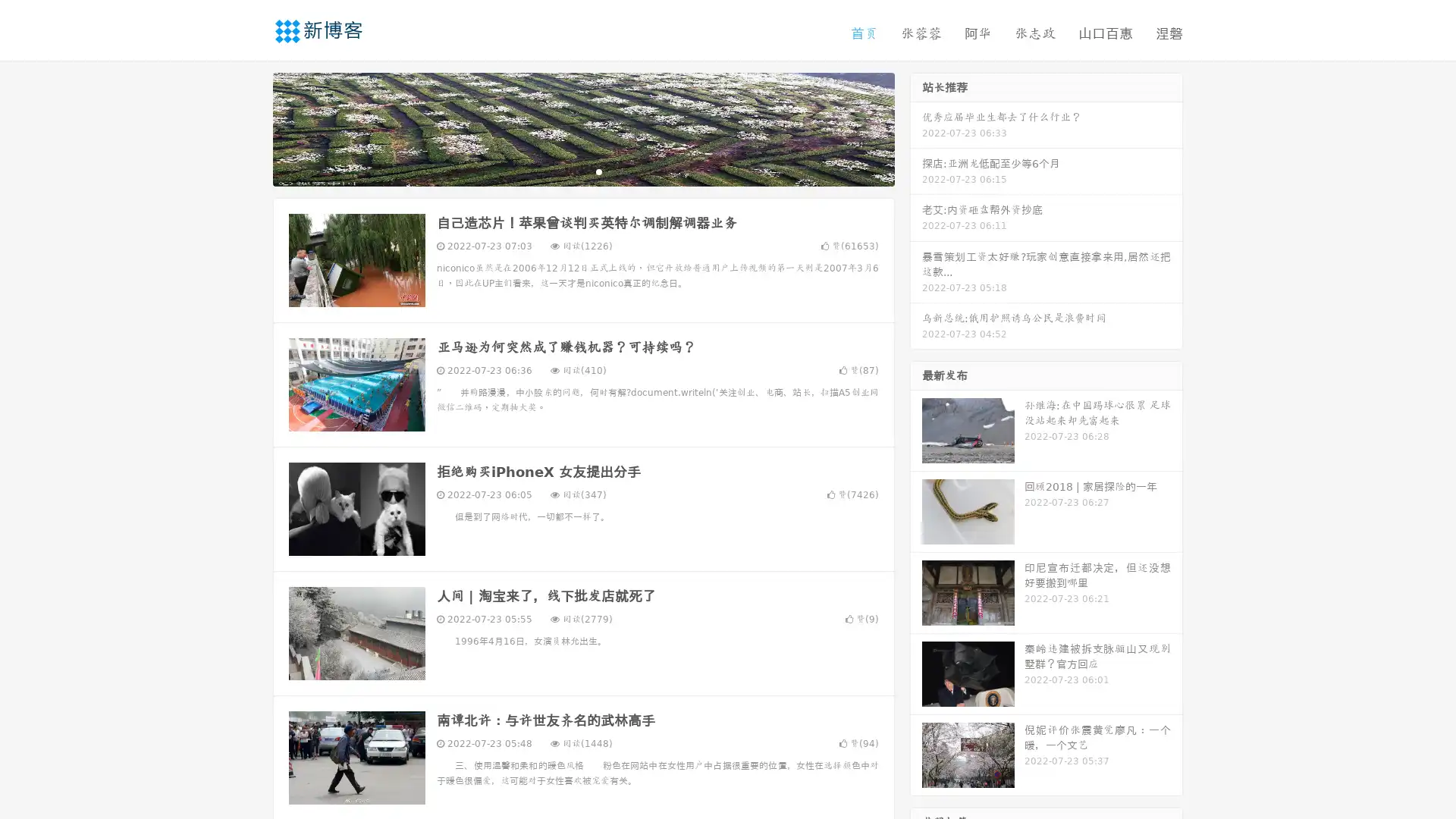  I want to click on Previous slide, so click(250, 127).